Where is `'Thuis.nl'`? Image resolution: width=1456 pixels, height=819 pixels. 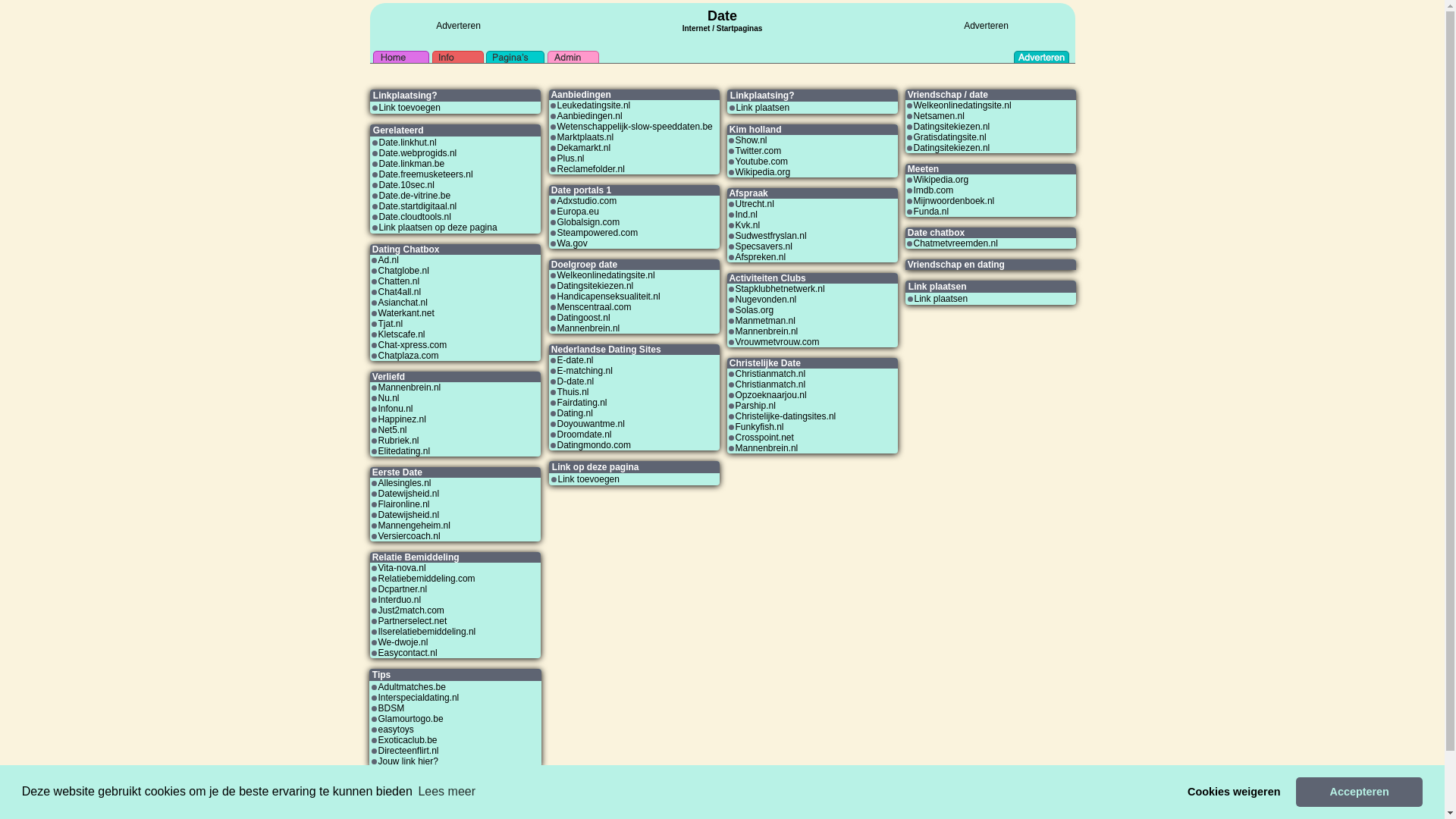 'Thuis.nl' is located at coordinates (556, 391).